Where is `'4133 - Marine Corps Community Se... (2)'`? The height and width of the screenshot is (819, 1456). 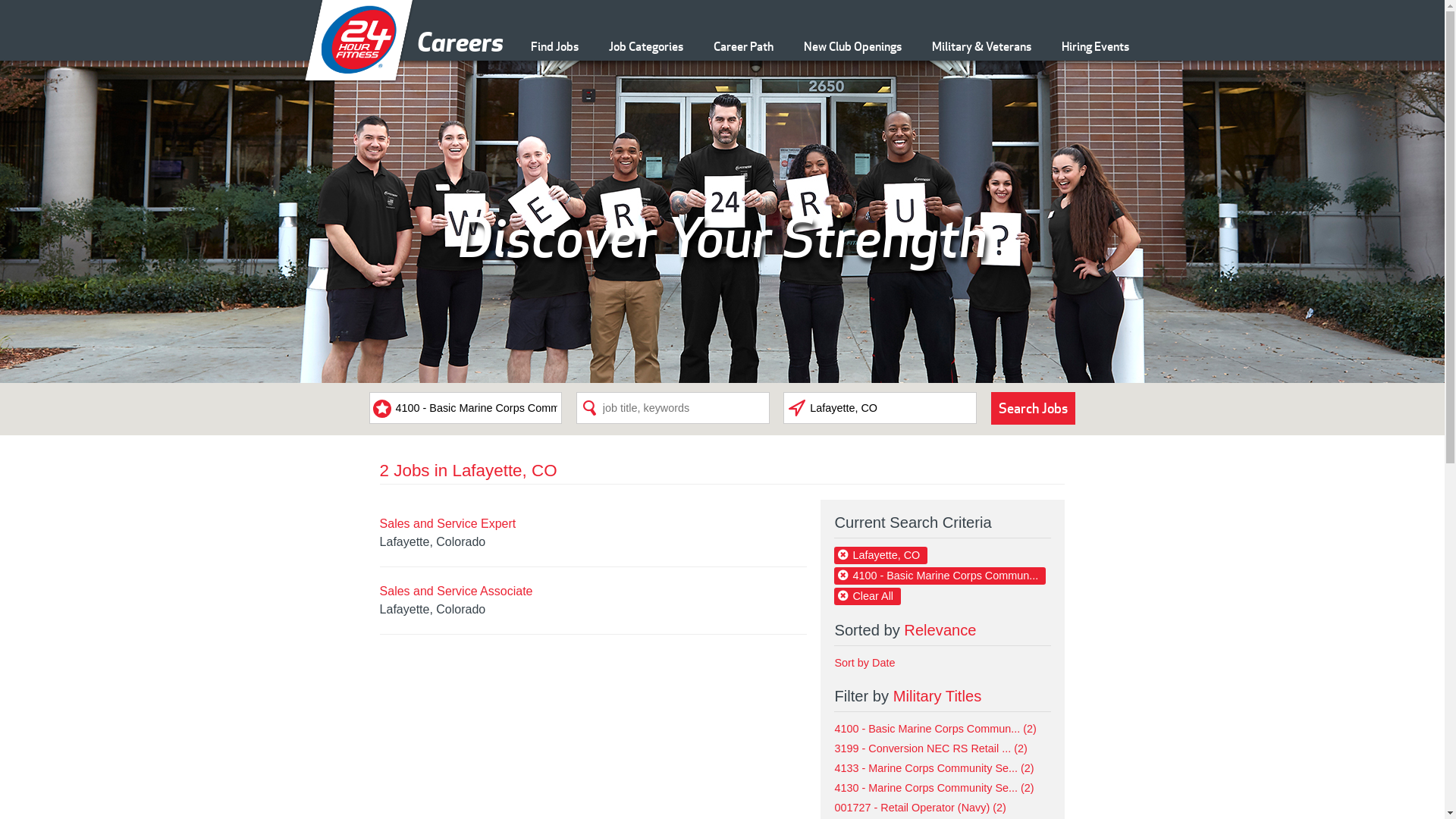 '4133 - Marine Corps Community Se... (2)' is located at coordinates (933, 768).